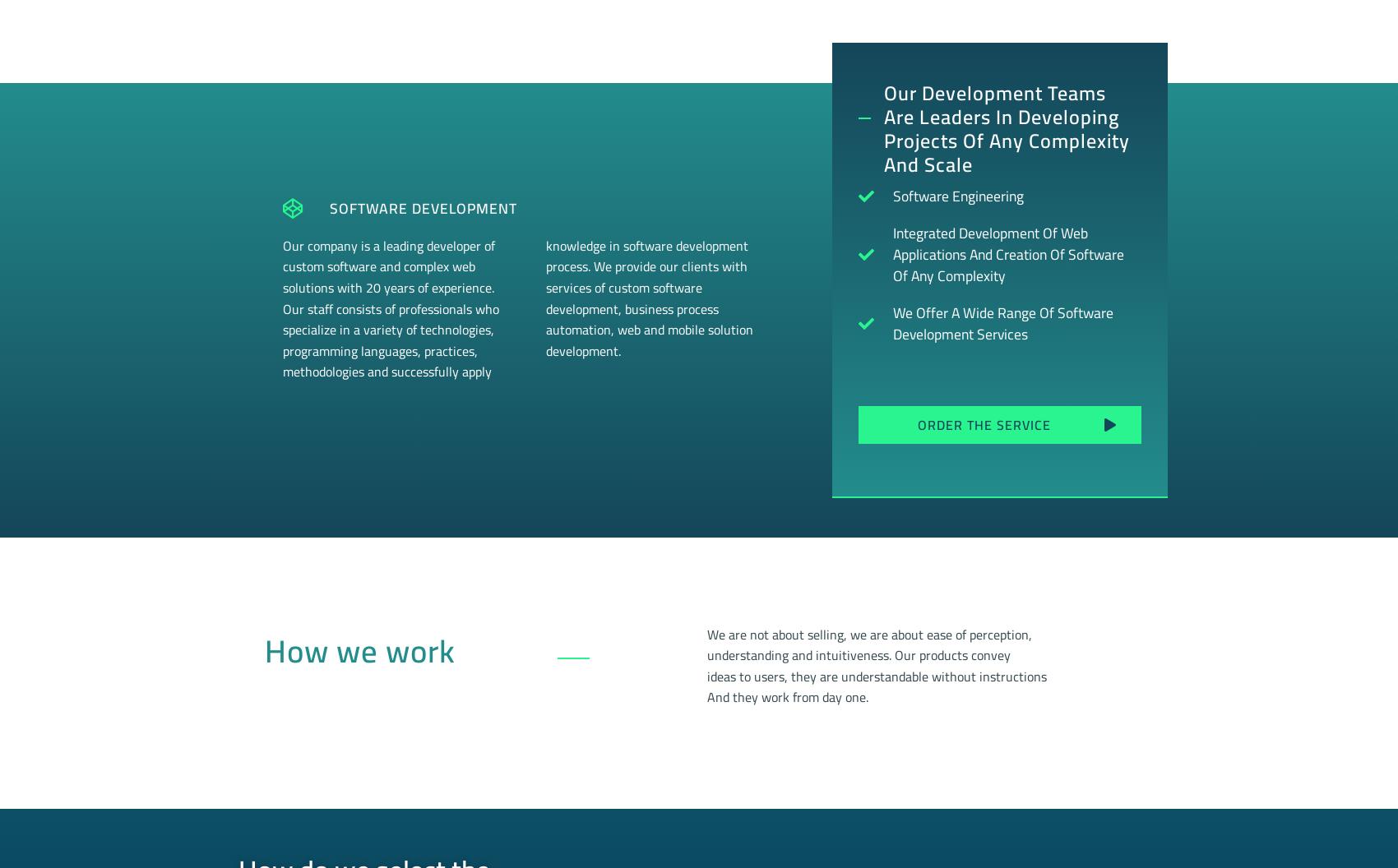  What do you see at coordinates (868, 632) in the screenshot?
I see `'We are not about selling, we are about ease of perception,'` at bounding box center [868, 632].